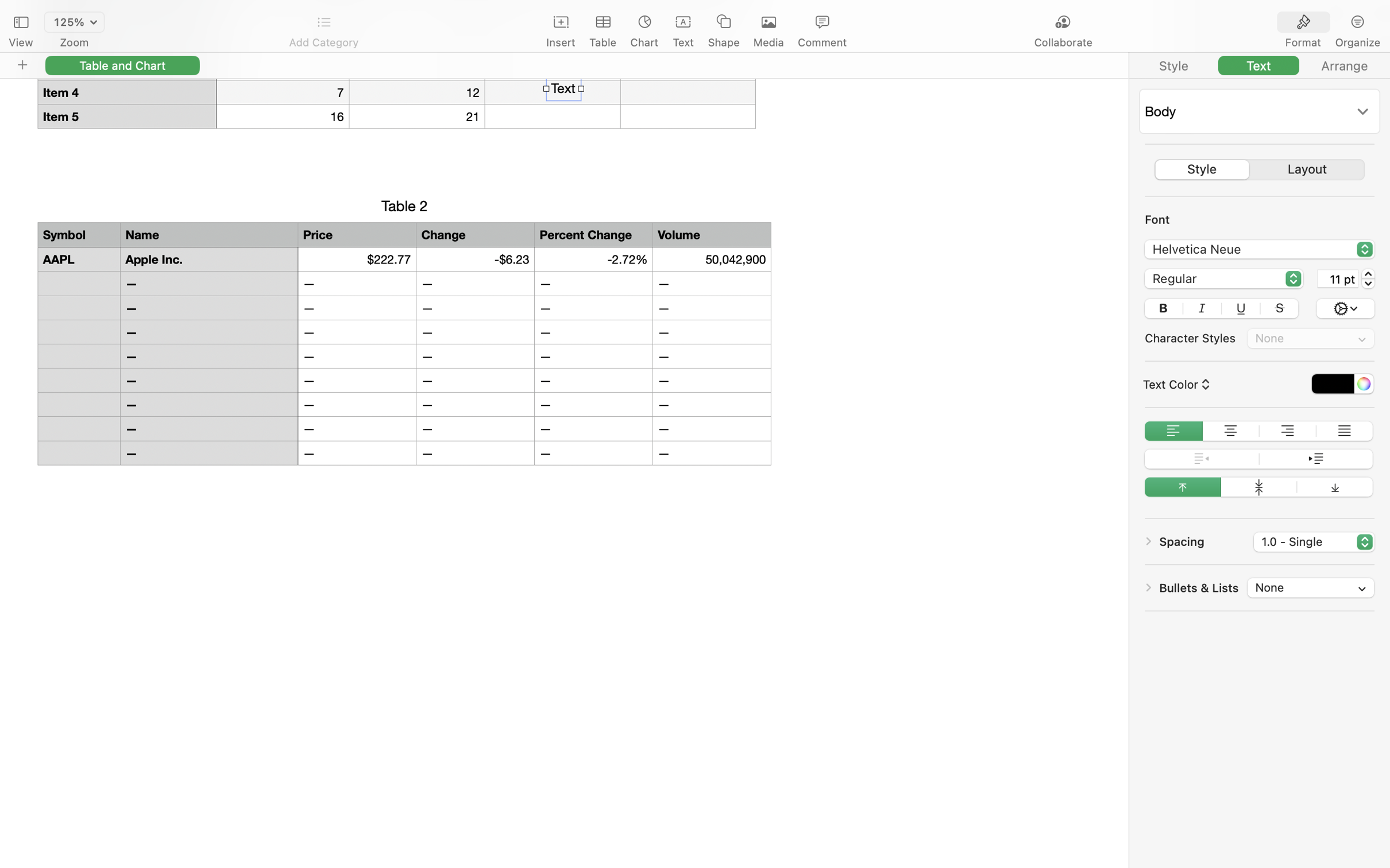 The width and height of the screenshot is (1390, 868). I want to click on '<AXUIElement 0x10fda3fc0> {pid=1420}', so click(1331, 22).